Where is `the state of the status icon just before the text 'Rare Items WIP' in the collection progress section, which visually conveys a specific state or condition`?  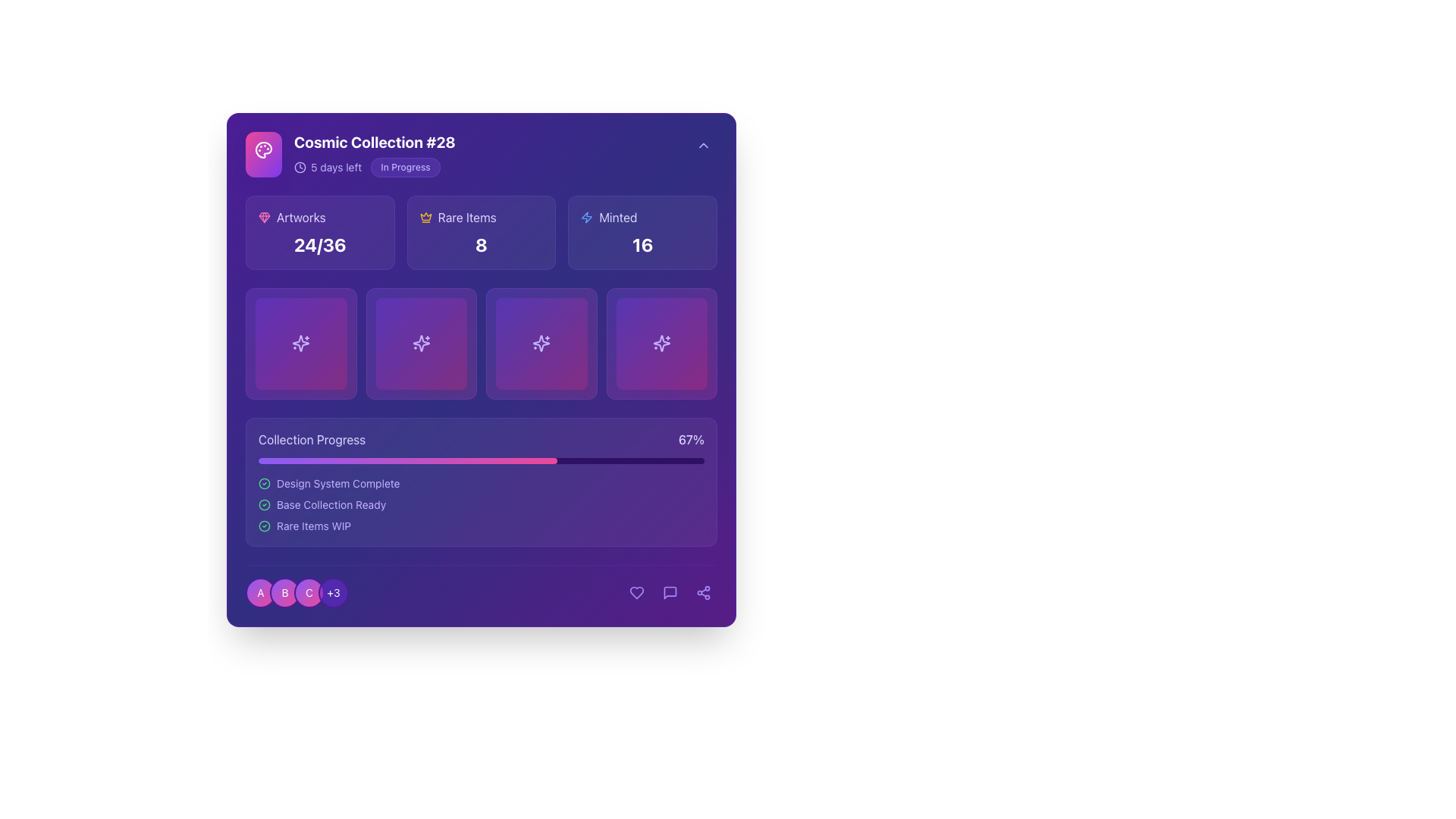 the state of the status icon just before the text 'Rare Items WIP' in the collection progress section, which visually conveys a specific state or condition is located at coordinates (265, 525).